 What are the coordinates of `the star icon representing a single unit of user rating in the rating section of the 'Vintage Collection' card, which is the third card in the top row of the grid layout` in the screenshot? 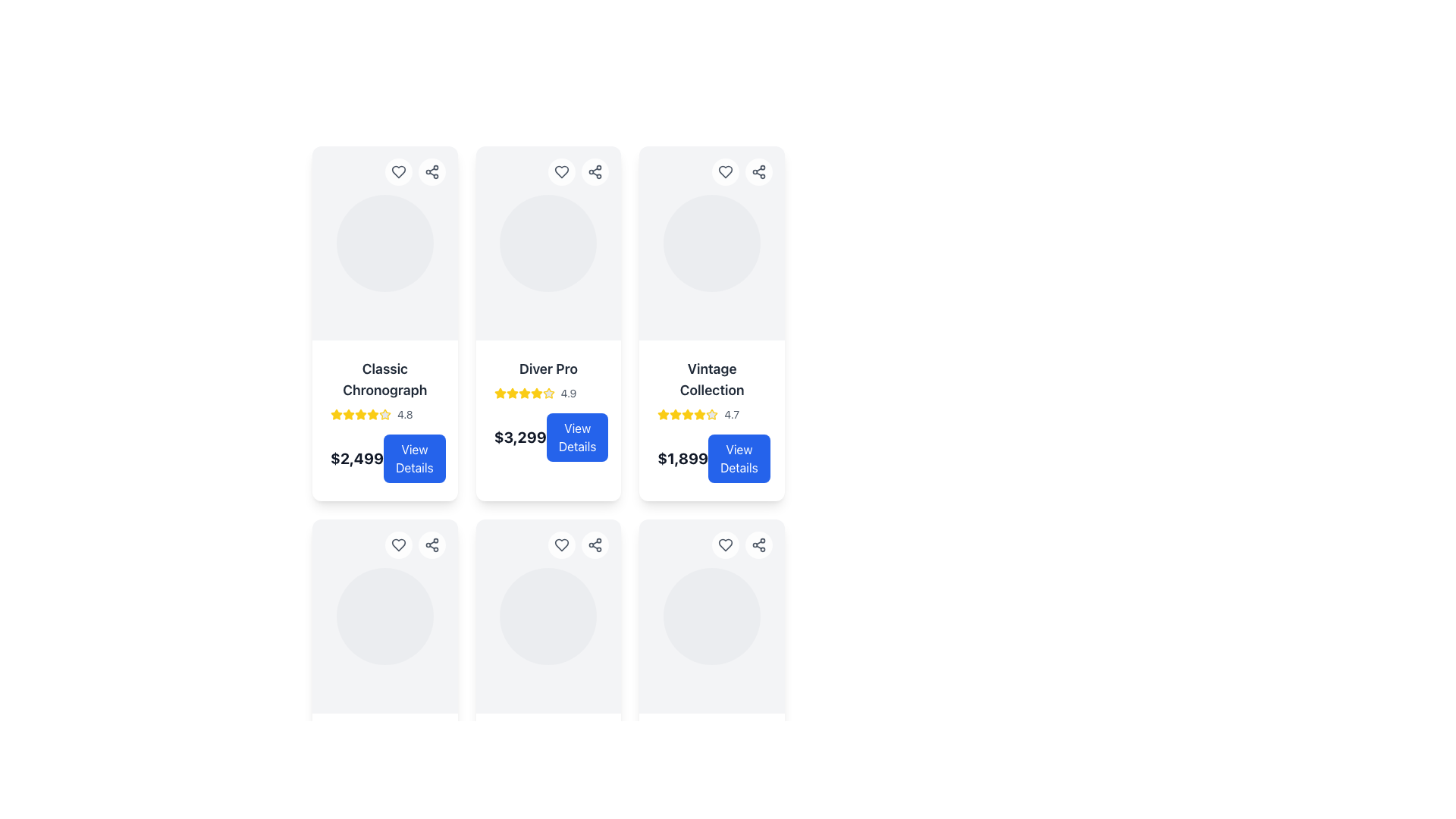 It's located at (699, 414).